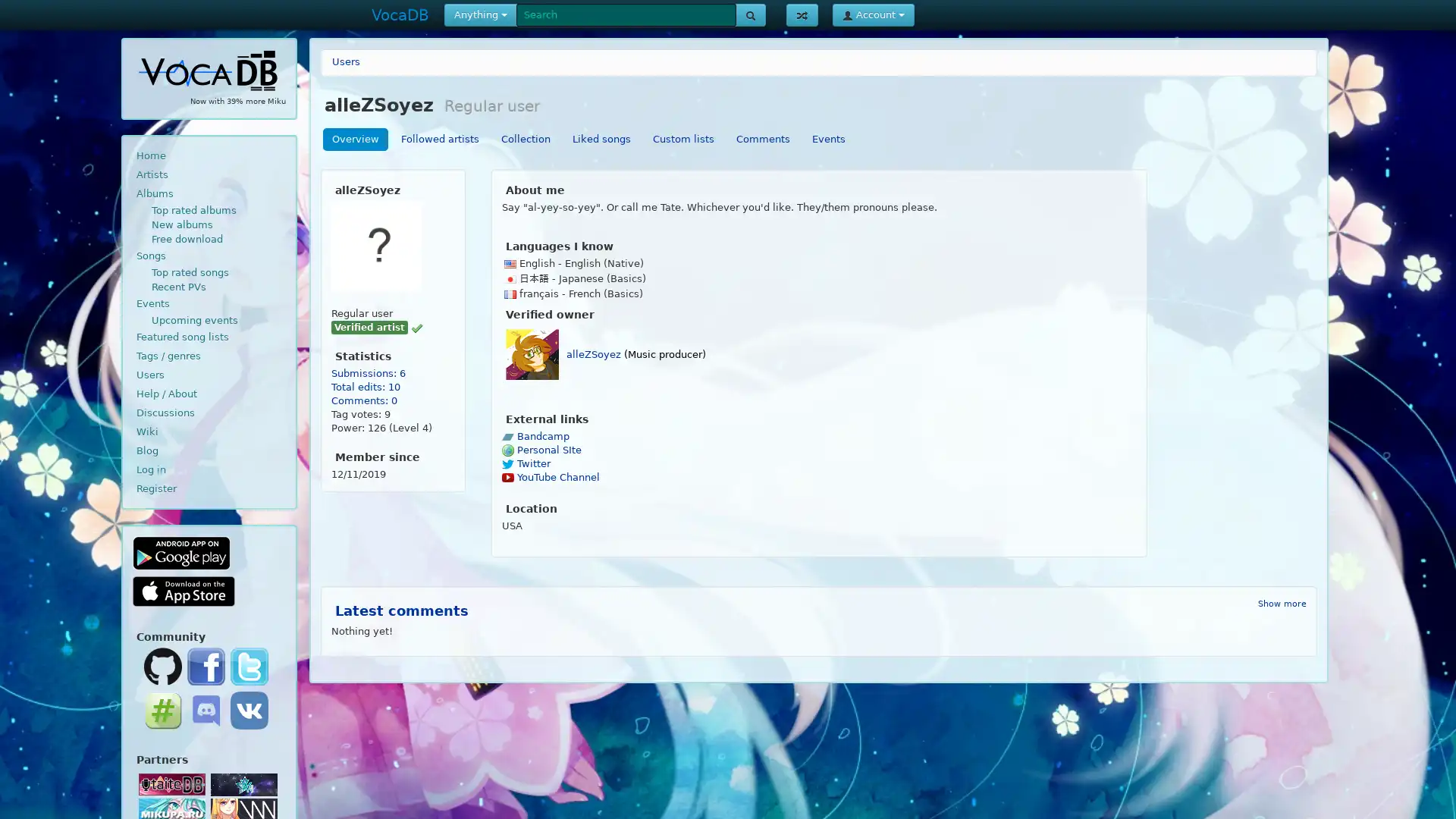  I want to click on Show random page, so click(801, 14).